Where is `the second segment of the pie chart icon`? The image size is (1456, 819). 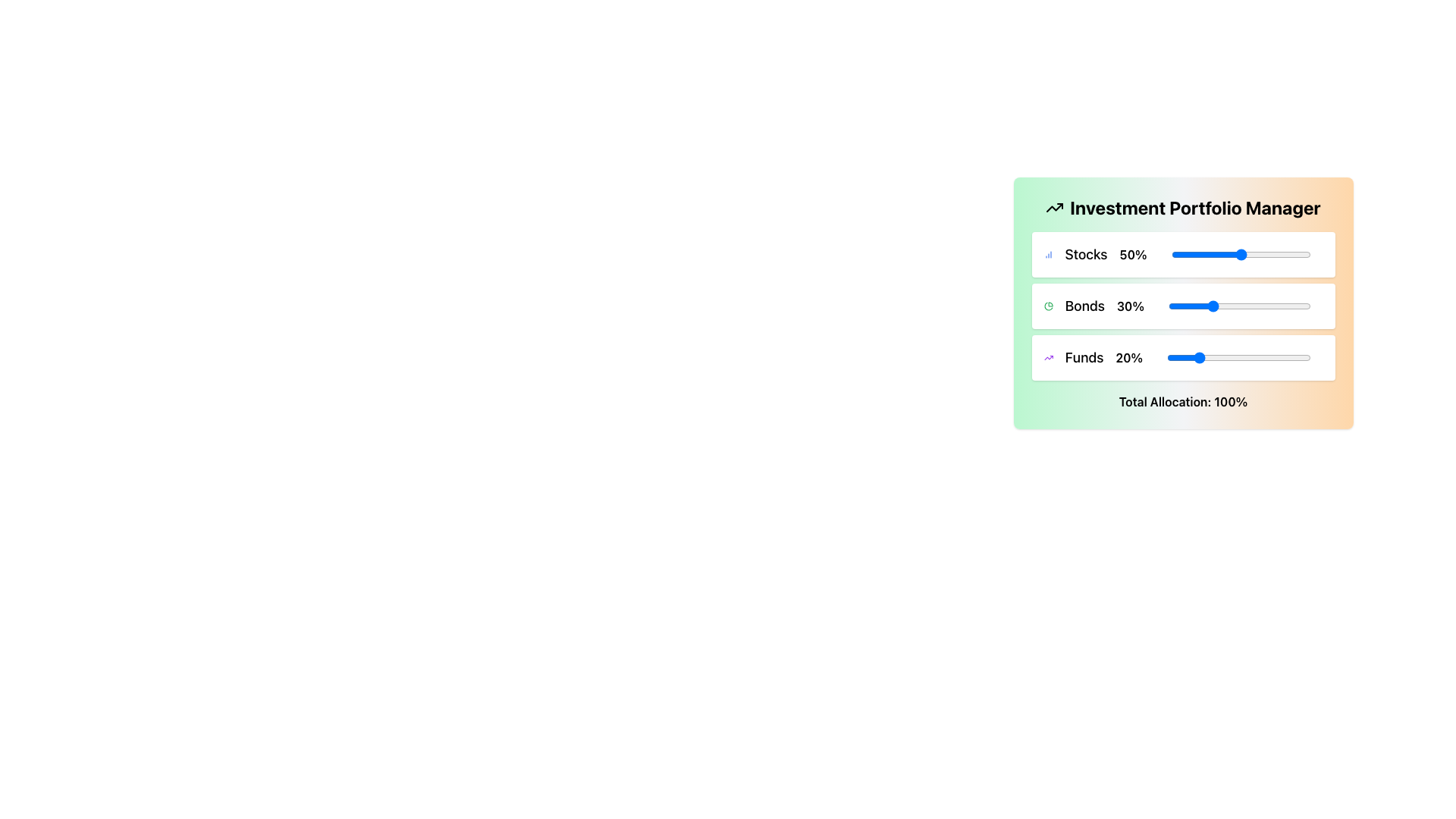
the second segment of the pie chart icon is located at coordinates (1047, 306).